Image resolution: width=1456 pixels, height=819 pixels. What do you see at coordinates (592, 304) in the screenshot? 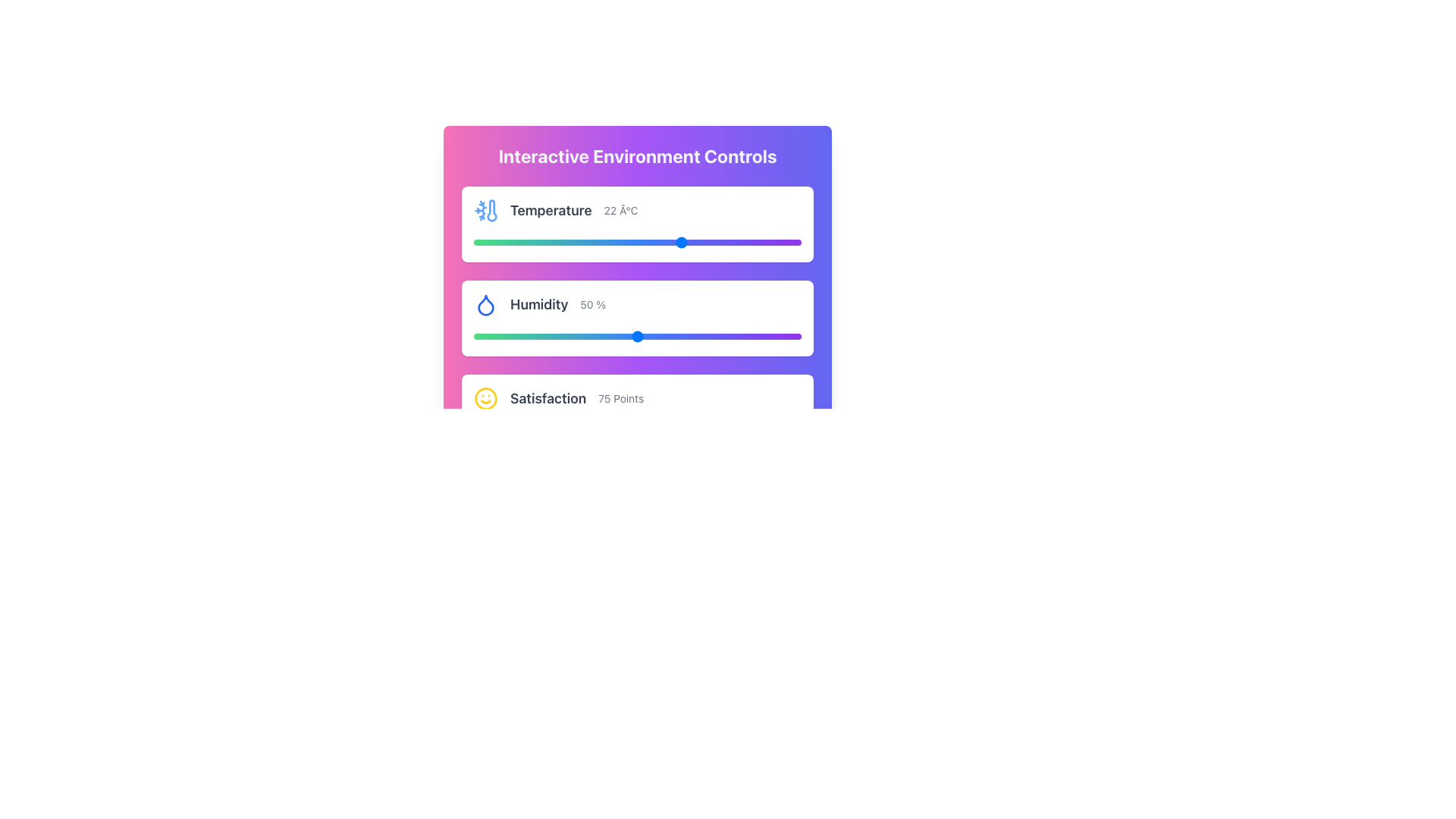
I see `the text element displaying '50 %' with gray text styling, located to the right of the label 'Humidity'` at bounding box center [592, 304].